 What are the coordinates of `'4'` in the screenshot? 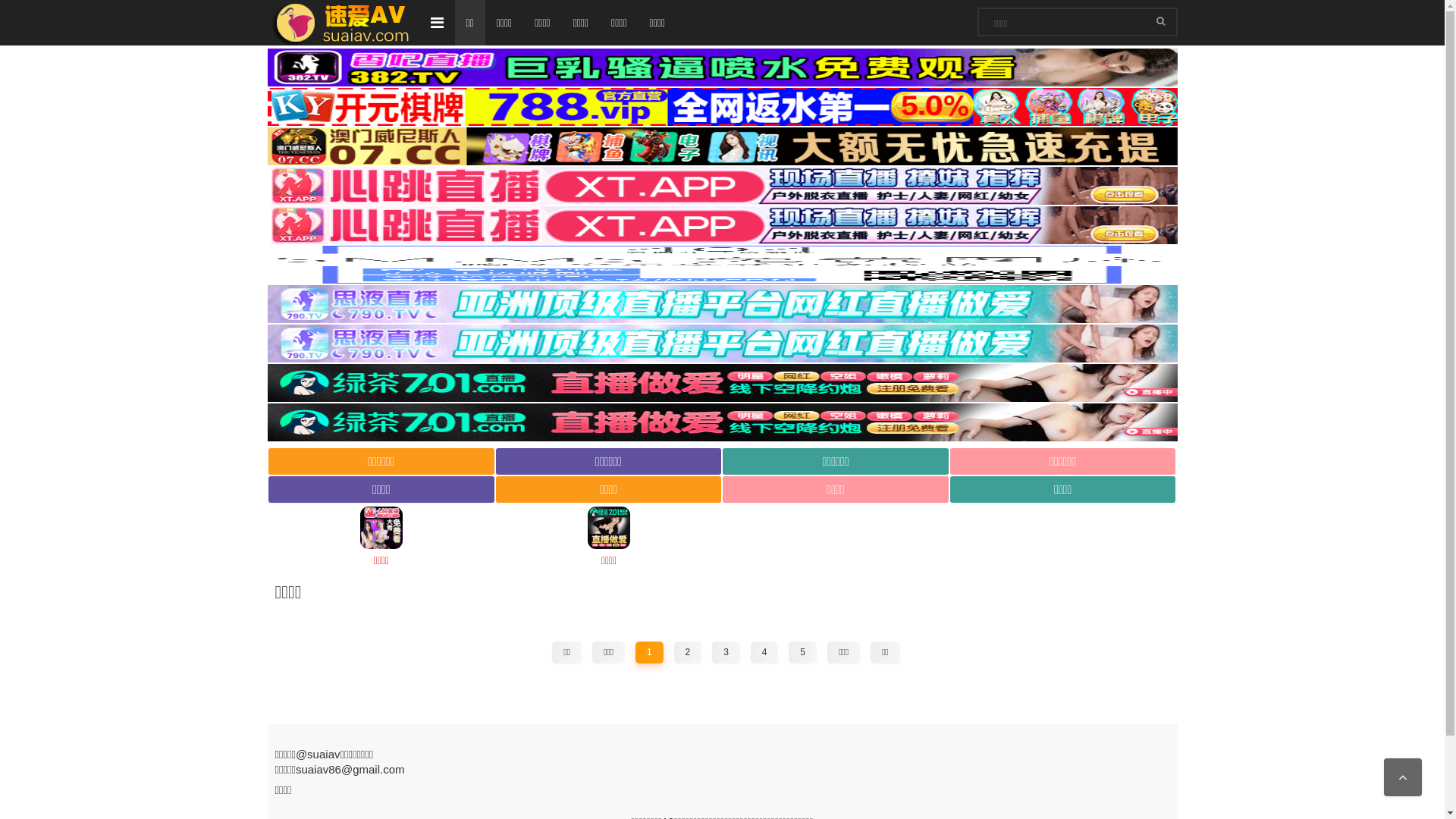 It's located at (750, 651).